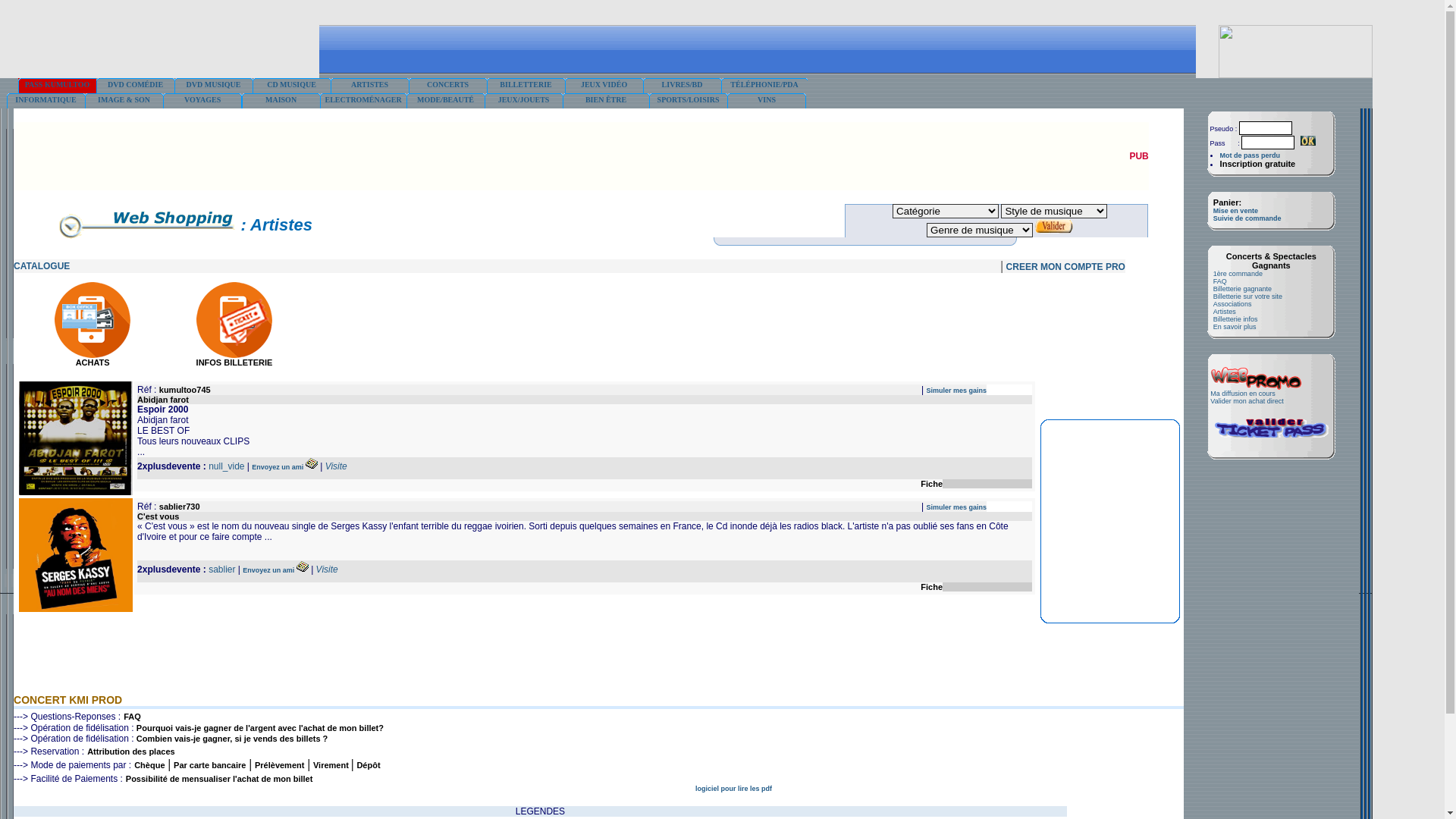 The image size is (1456, 819). I want to click on 'En savoir plus', so click(1235, 326).